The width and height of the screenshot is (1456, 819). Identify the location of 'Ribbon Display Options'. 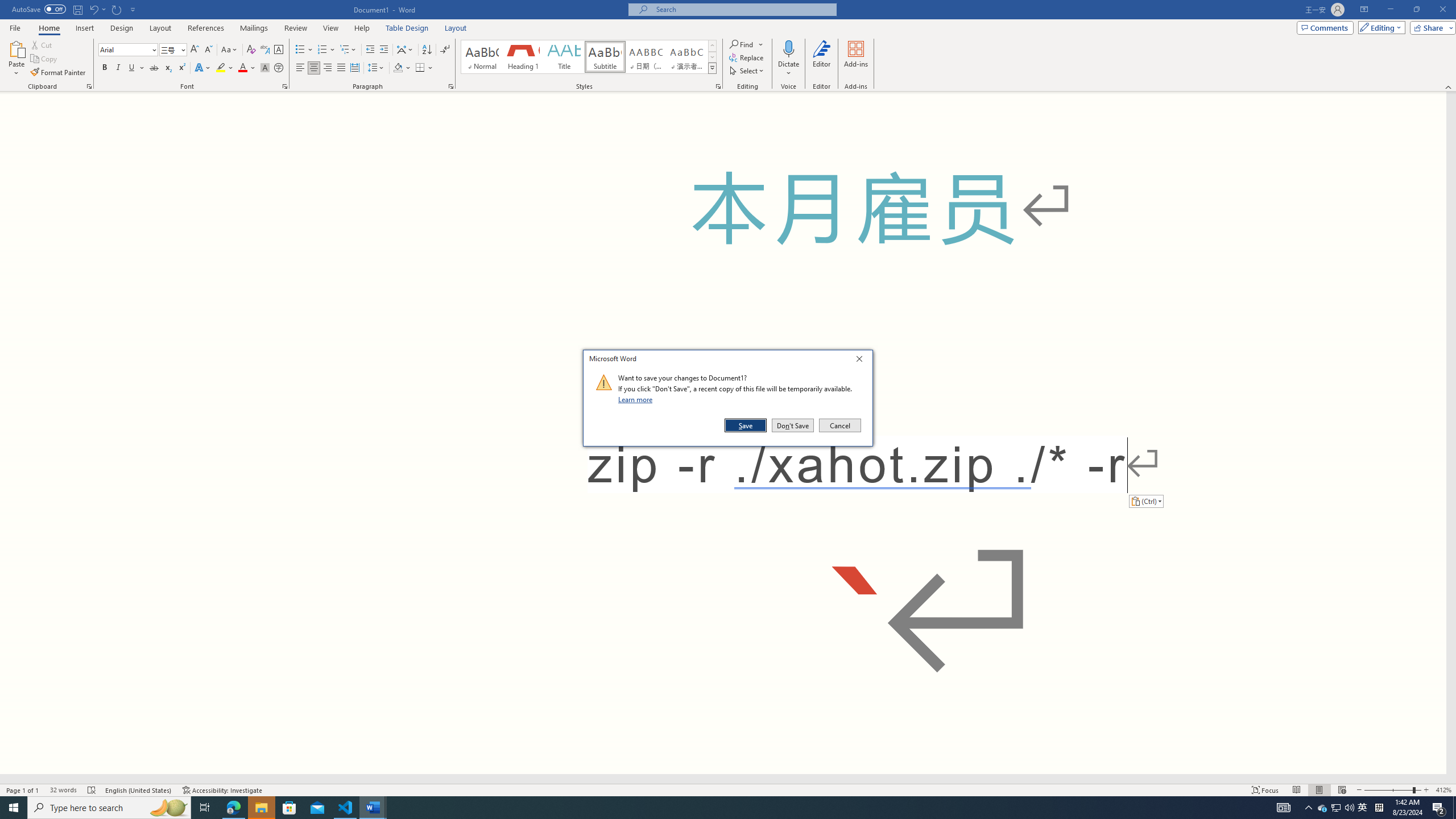
(1363, 9).